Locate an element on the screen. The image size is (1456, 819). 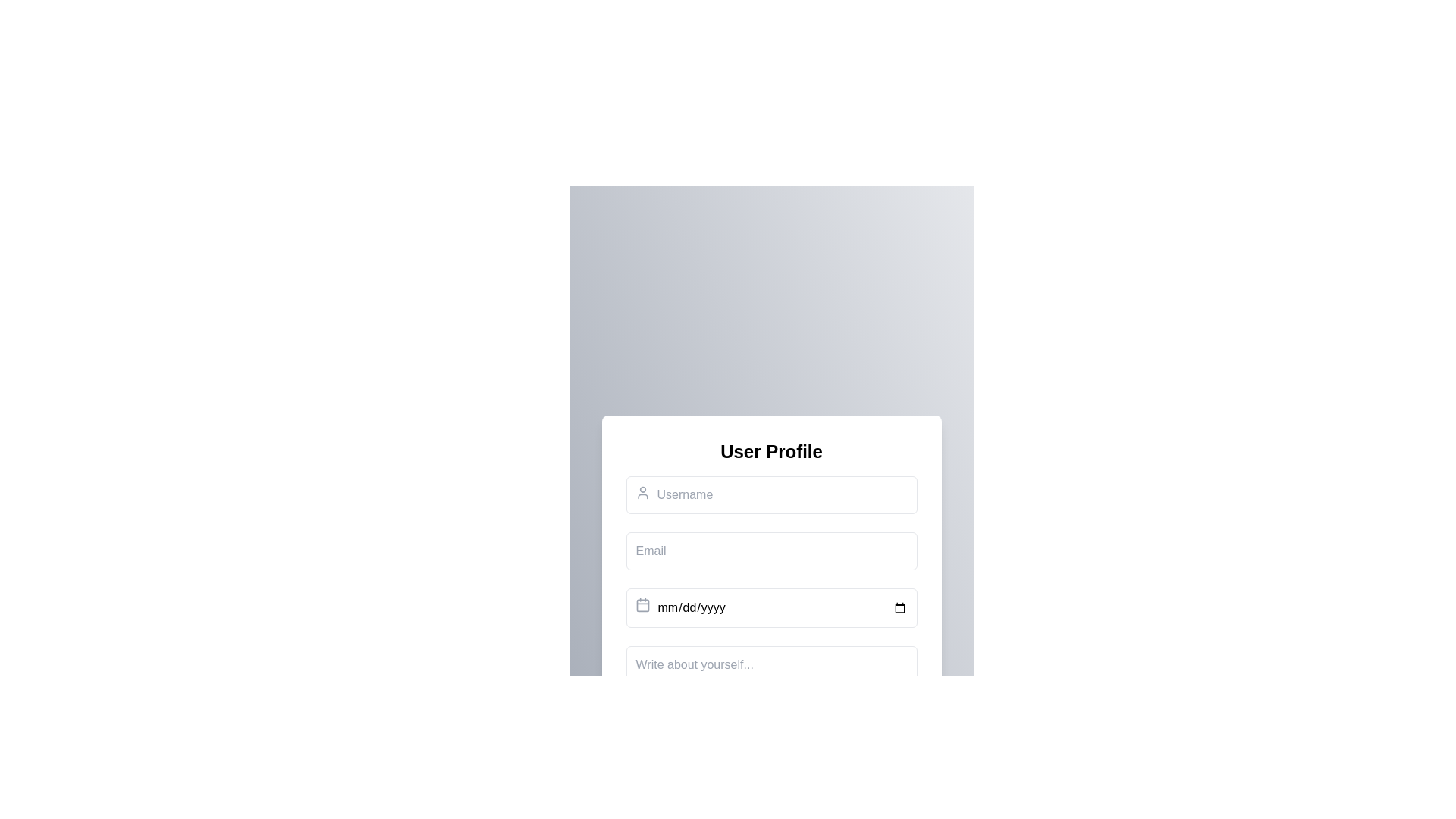
the calendar icon located in the user profile section's date input field is located at coordinates (642, 604).